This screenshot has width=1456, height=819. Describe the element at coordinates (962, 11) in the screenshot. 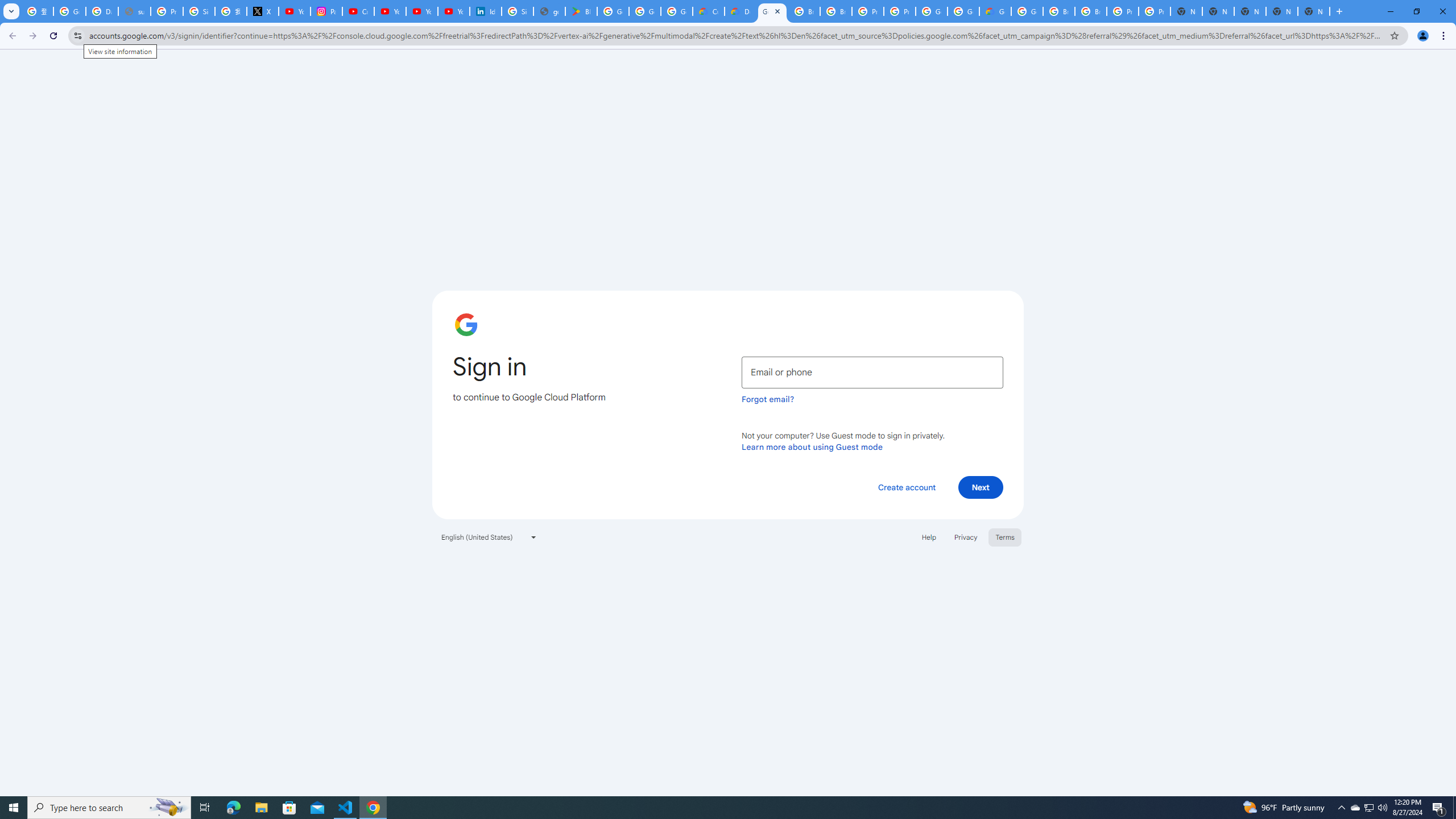

I see `'Google Cloud Platform'` at that location.